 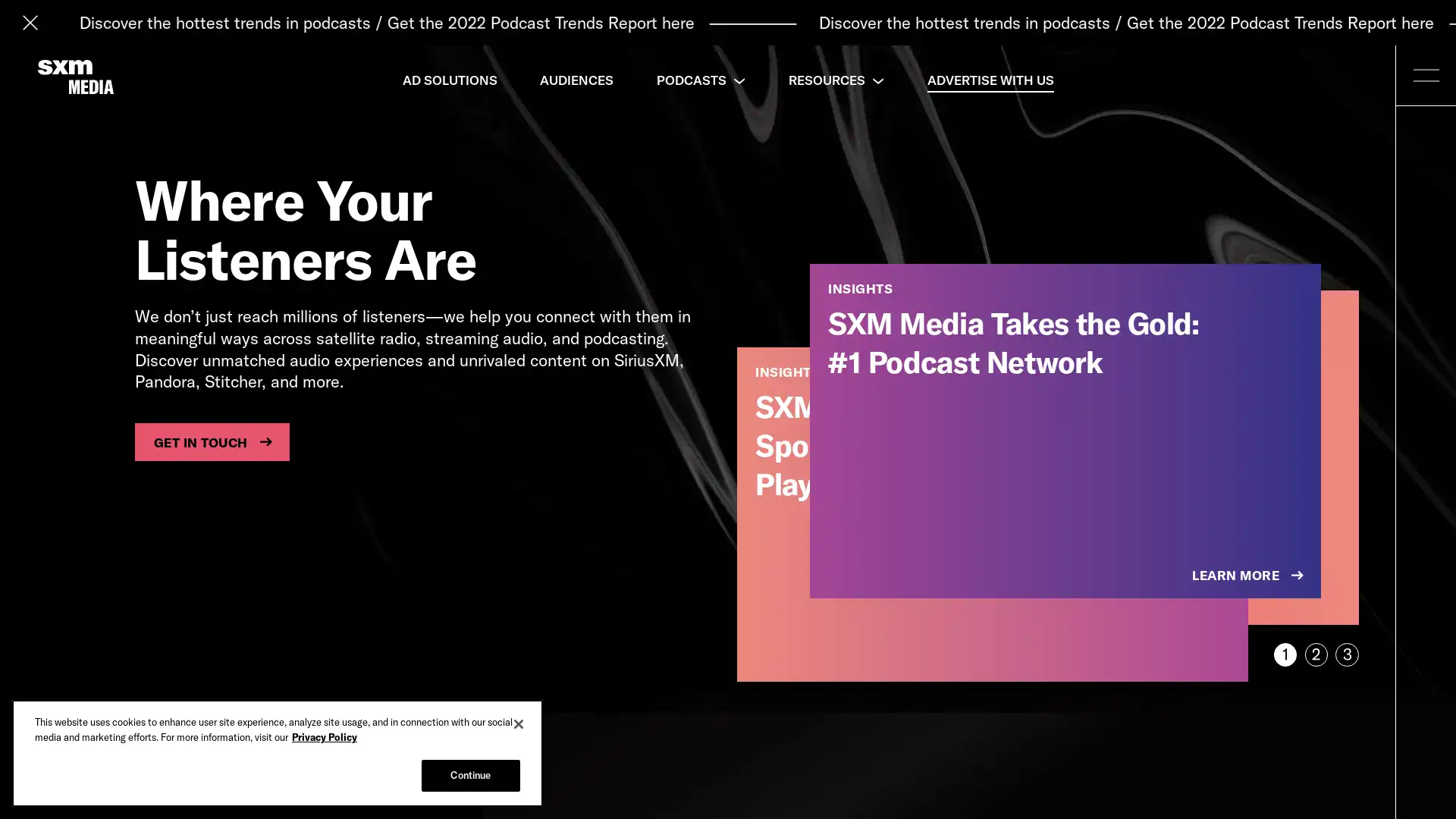 I want to click on 3, so click(x=1347, y=654).